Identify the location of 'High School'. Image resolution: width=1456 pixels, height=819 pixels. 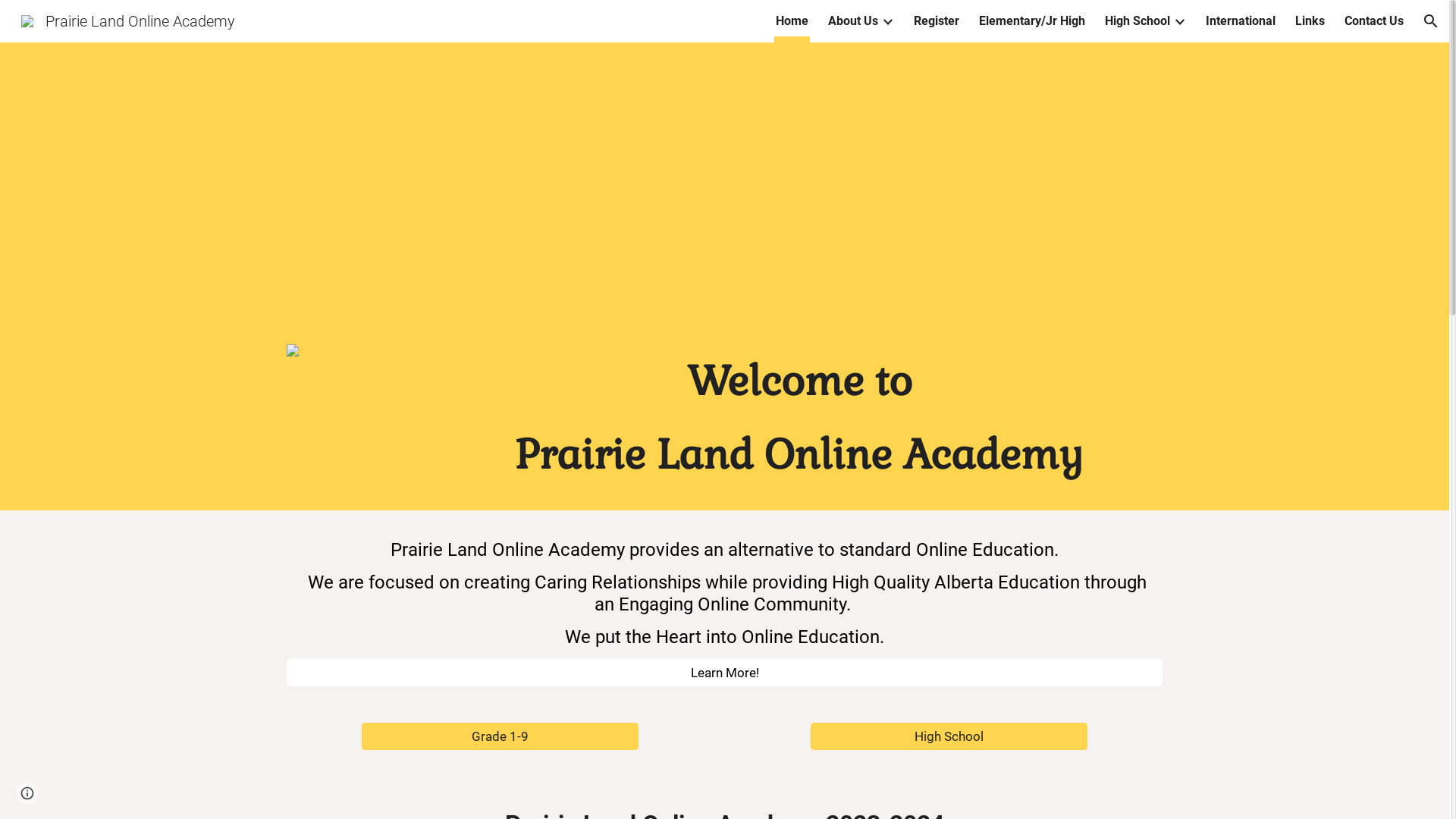
(1137, 20).